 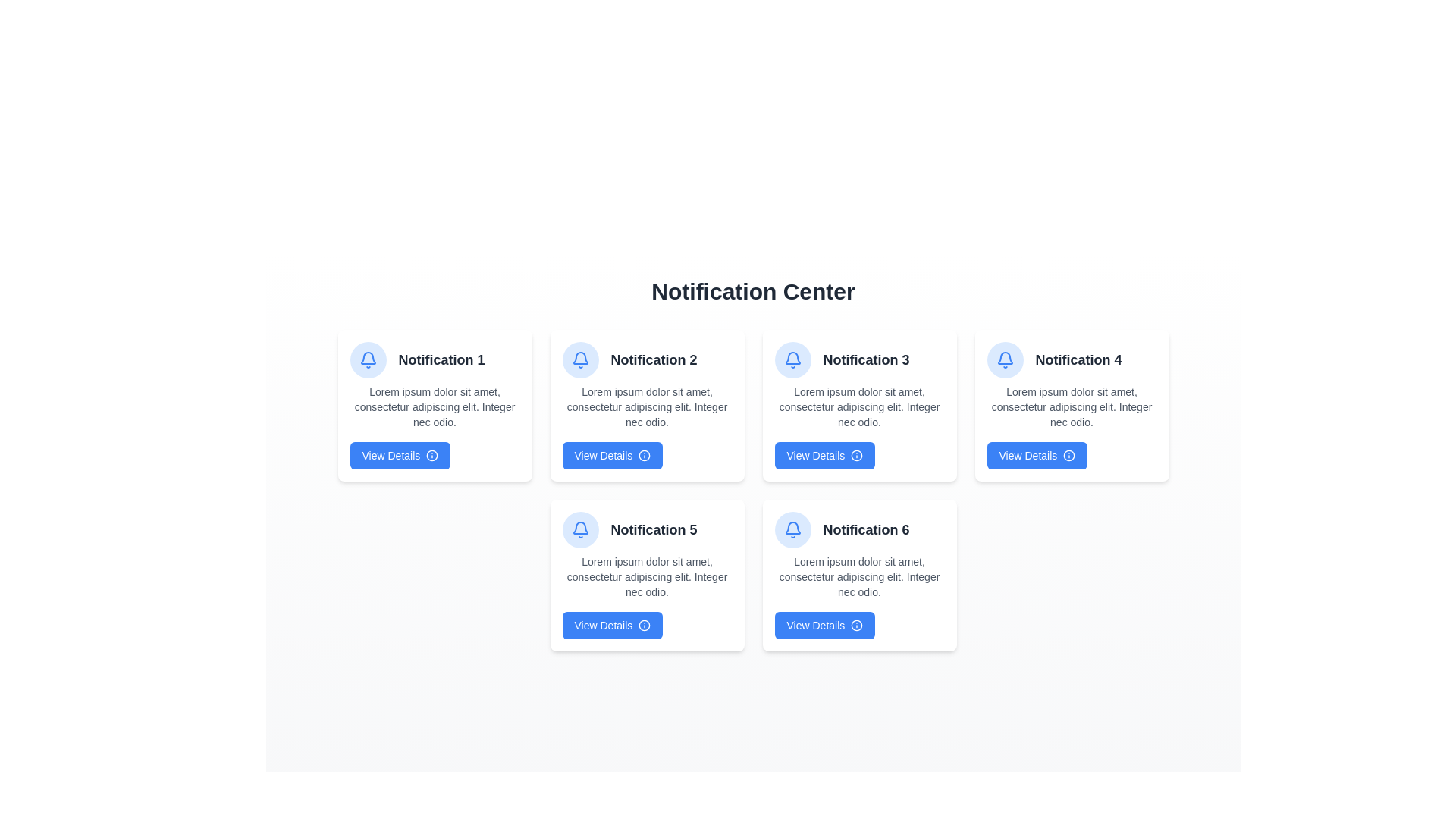 What do you see at coordinates (1036, 455) in the screenshot?
I see `the 'View Details' button with a medium blue background and rounded corners located at the bottom of the fourth notification card in the Notification Center` at bounding box center [1036, 455].